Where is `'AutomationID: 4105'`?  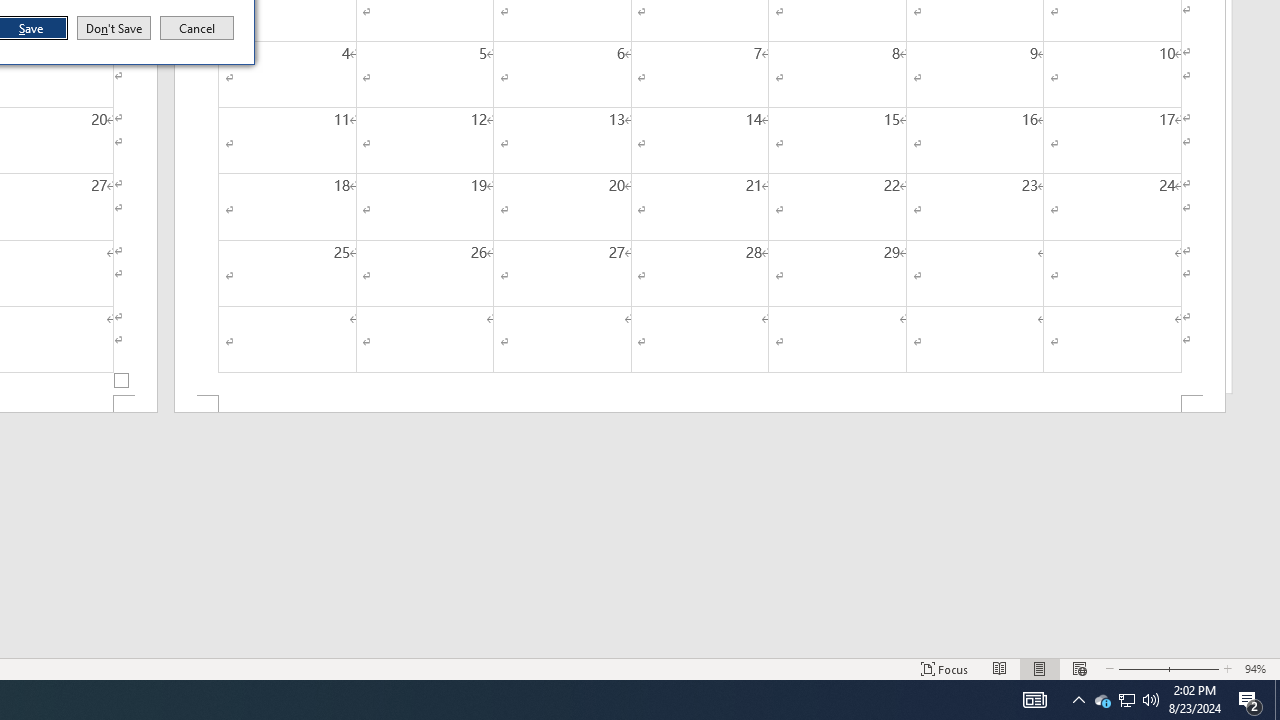
'AutomationID: 4105' is located at coordinates (1034, 698).